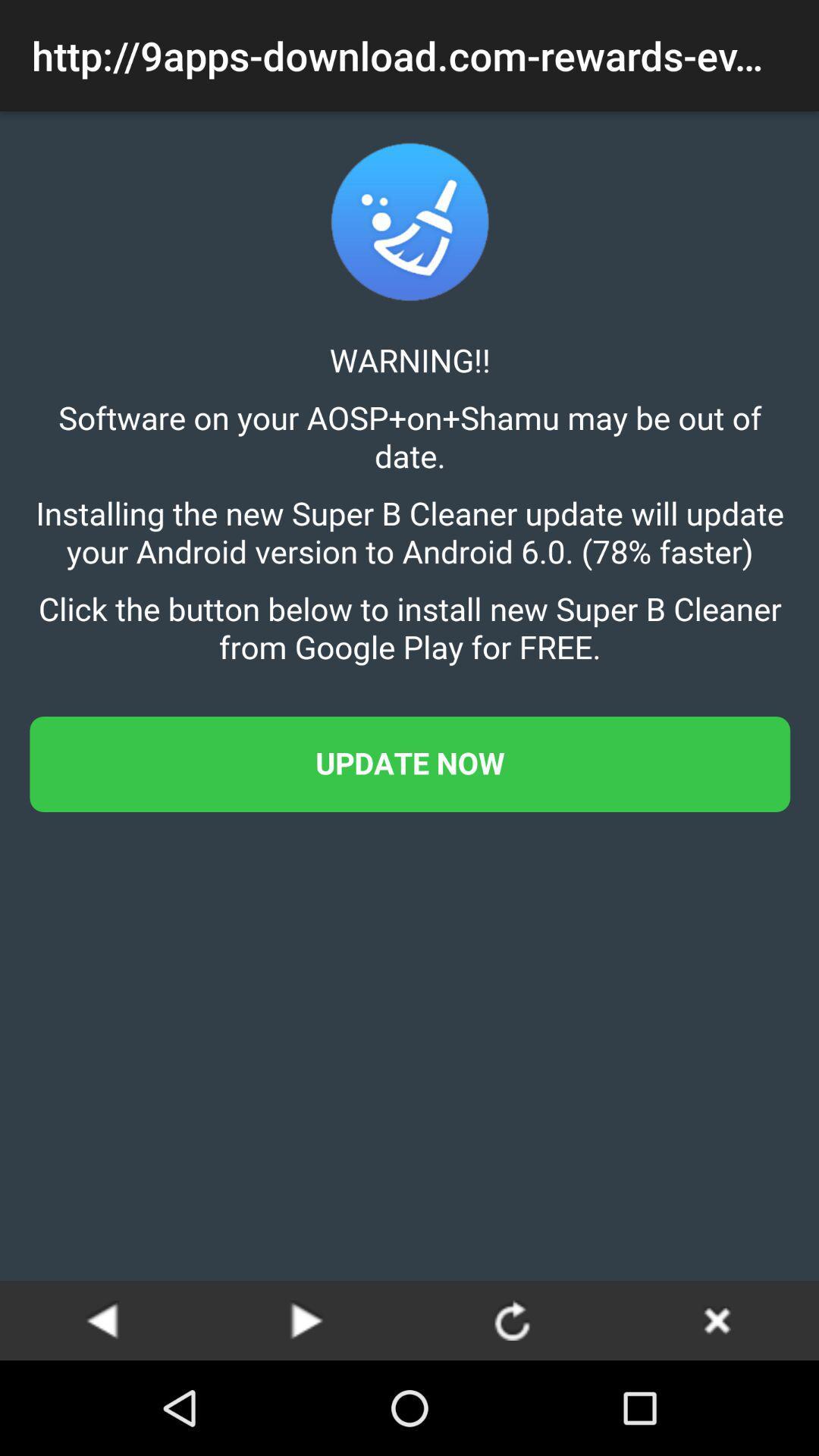 This screenshot has height=1456, width=819. I want to click on start the app, so click(307, 1319).